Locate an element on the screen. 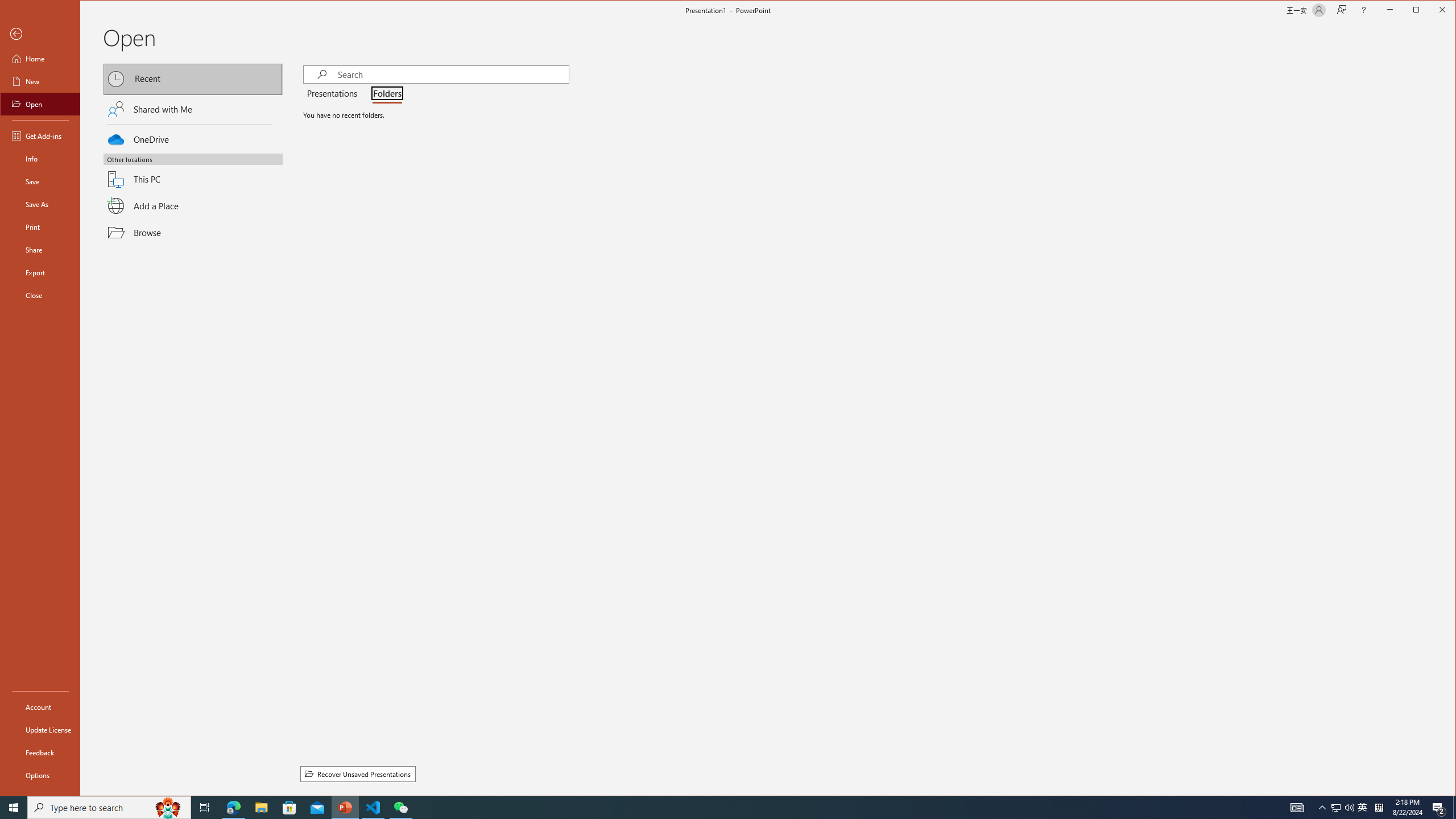  'This PC' is located at coordinates (193, 172).